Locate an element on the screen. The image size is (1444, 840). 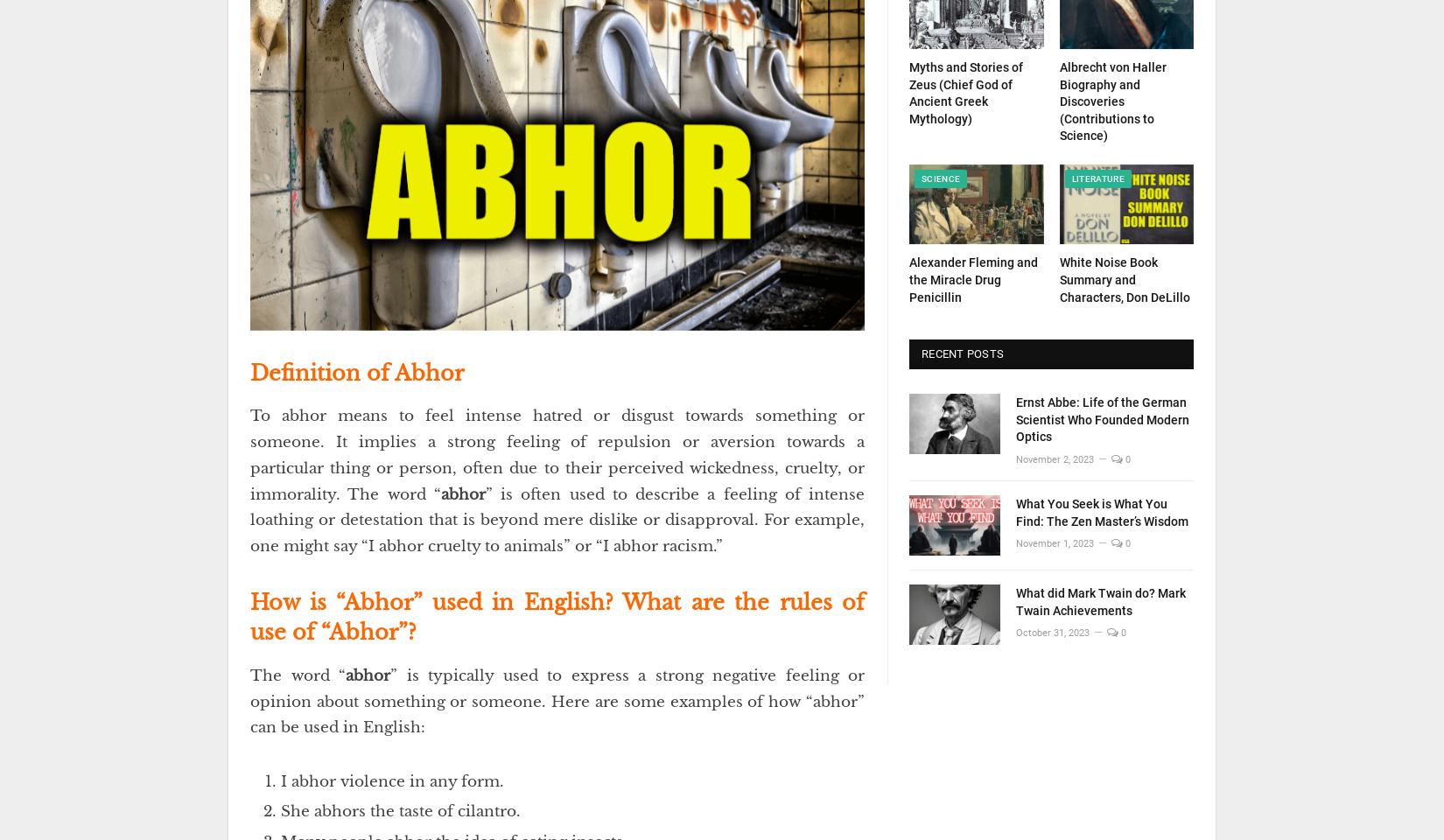
'Ernst Abbe: Life of the German Scientist Who Founded Modern Optics' is located at coordinates (1015, 419).